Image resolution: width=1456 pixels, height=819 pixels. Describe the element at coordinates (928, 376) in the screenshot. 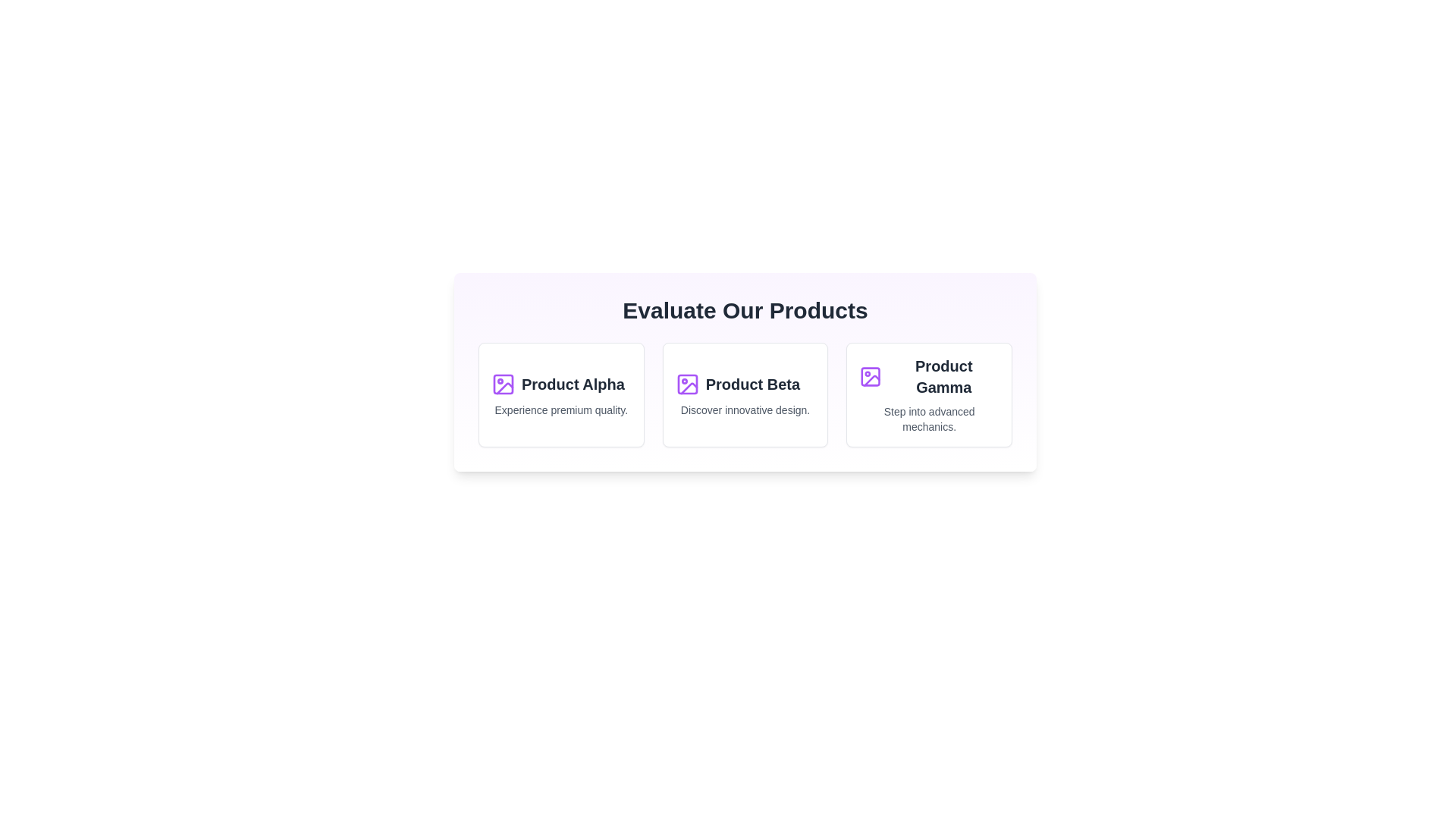

I see `the 'Product Gamma' title text label within the third product card layout, which is positioned under the 'Evaluate Our Products' heading` at that location.